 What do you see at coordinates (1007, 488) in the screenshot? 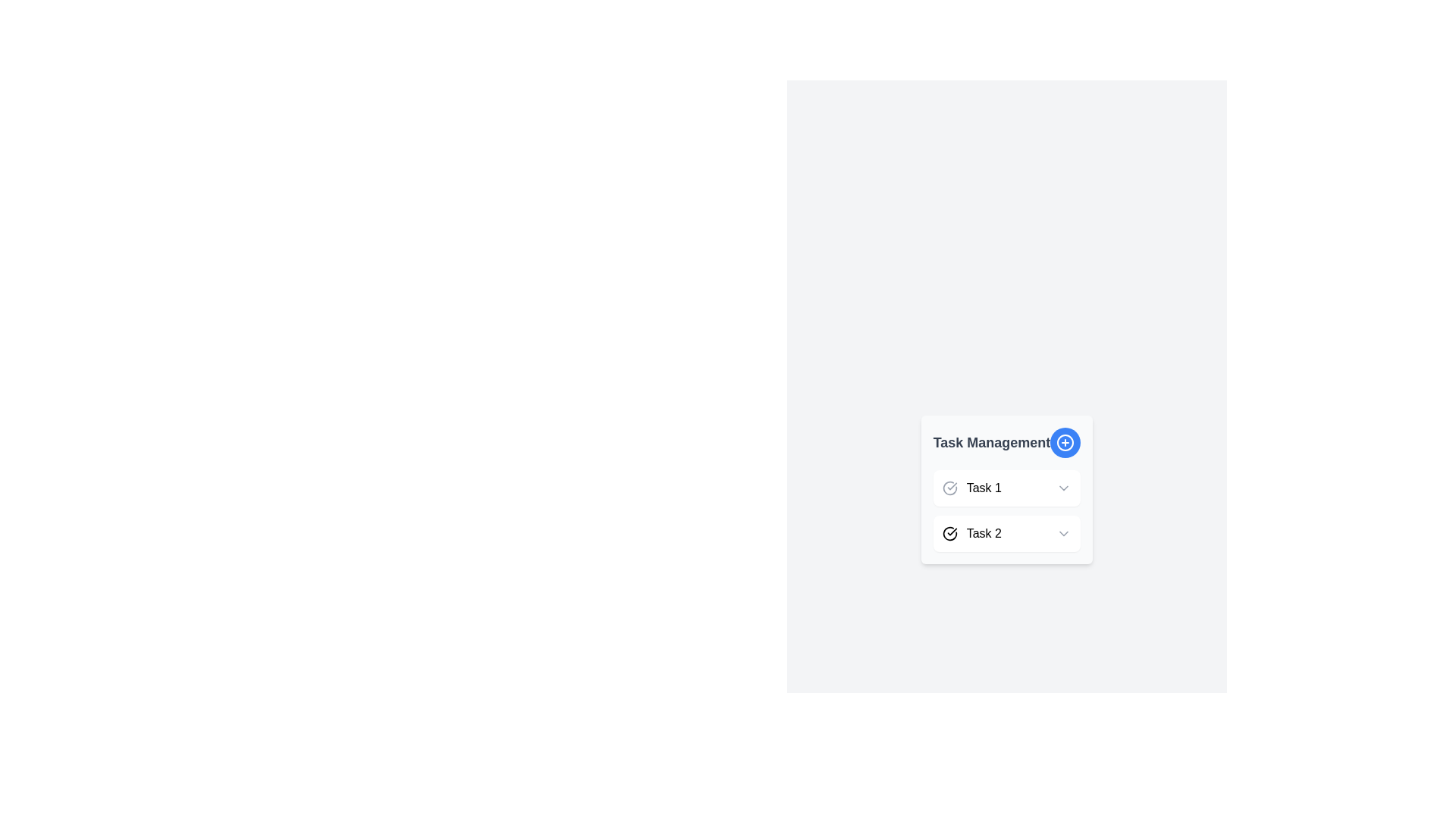
I see `the first task list item block displaying 'Task 1', which has a white background and rounded corners` at bounding box center [1007, 488].